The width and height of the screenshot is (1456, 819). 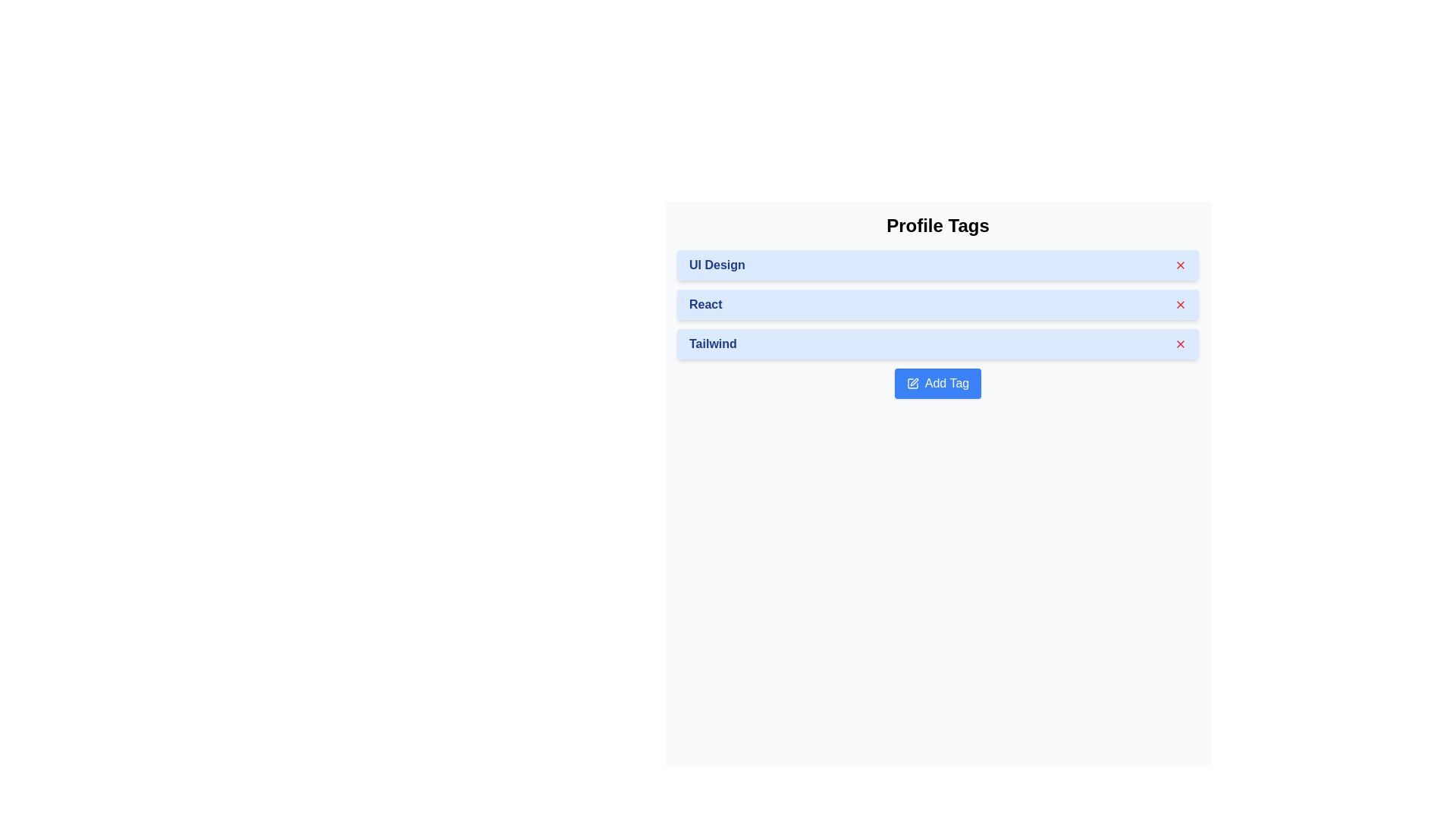 What do you see at coordinates (912, 382) in the screenshot?
I see `the pen icon on the left side of the 'Add Tag' button, which has a blue background and white contour lines` at bounding box center [912, 382].